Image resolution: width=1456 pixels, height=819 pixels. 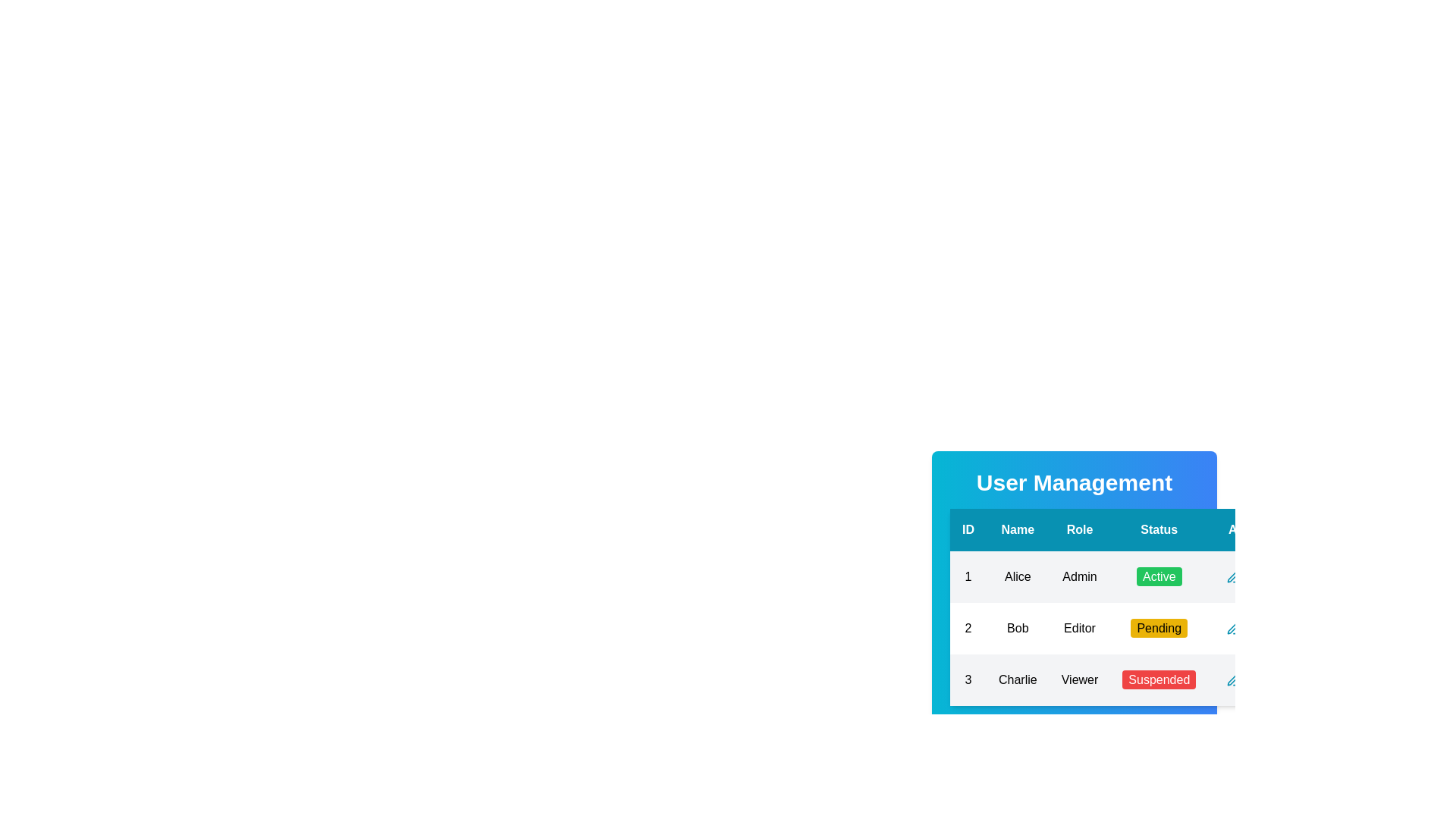 I want to click on the 'Active' status indicator in the 'Status' column of the table for 'Alice - Admin', so click(x=1158, y=576).